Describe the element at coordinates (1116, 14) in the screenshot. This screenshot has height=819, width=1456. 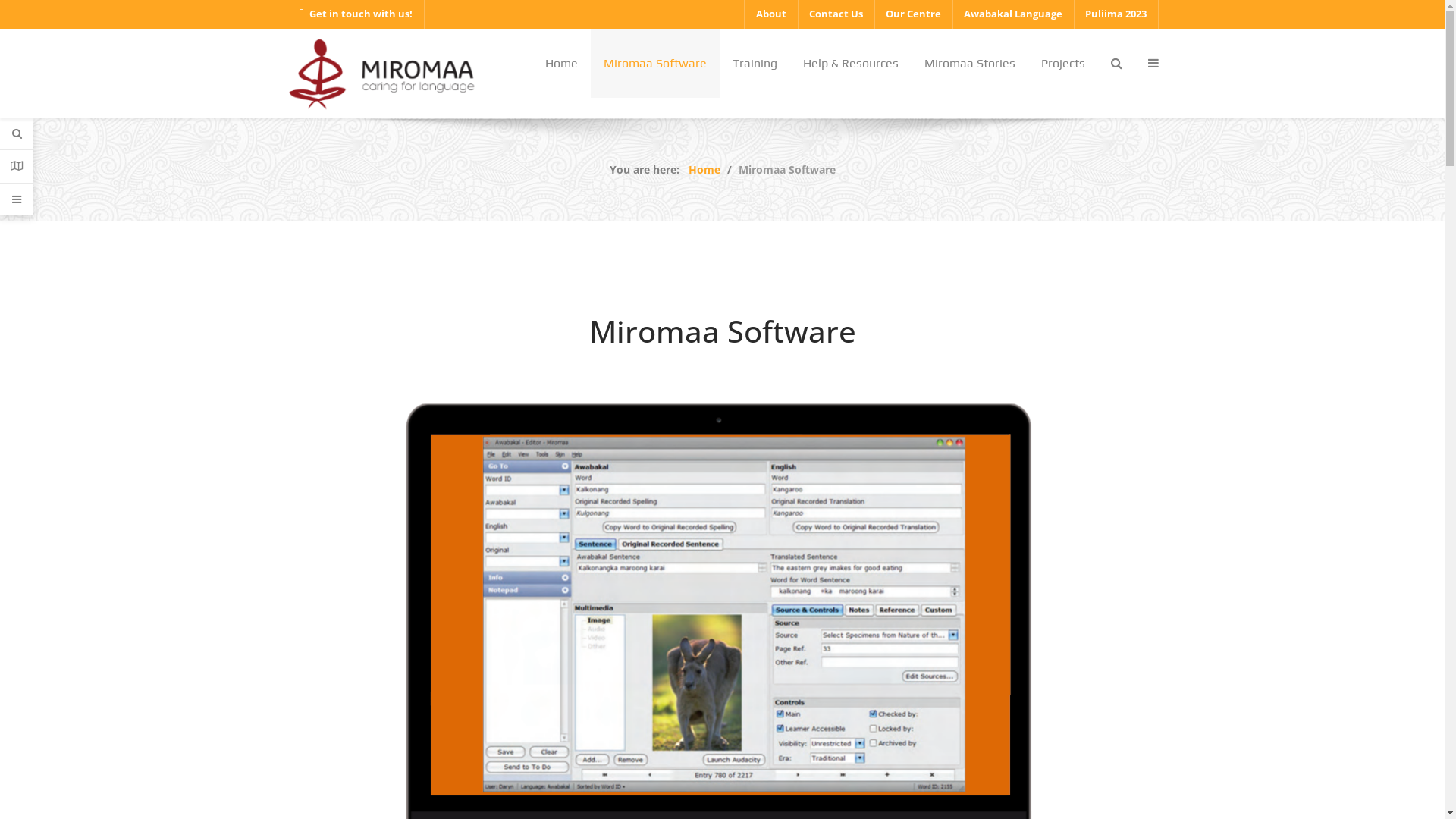
I see `'Puliima 2023'` at that location.